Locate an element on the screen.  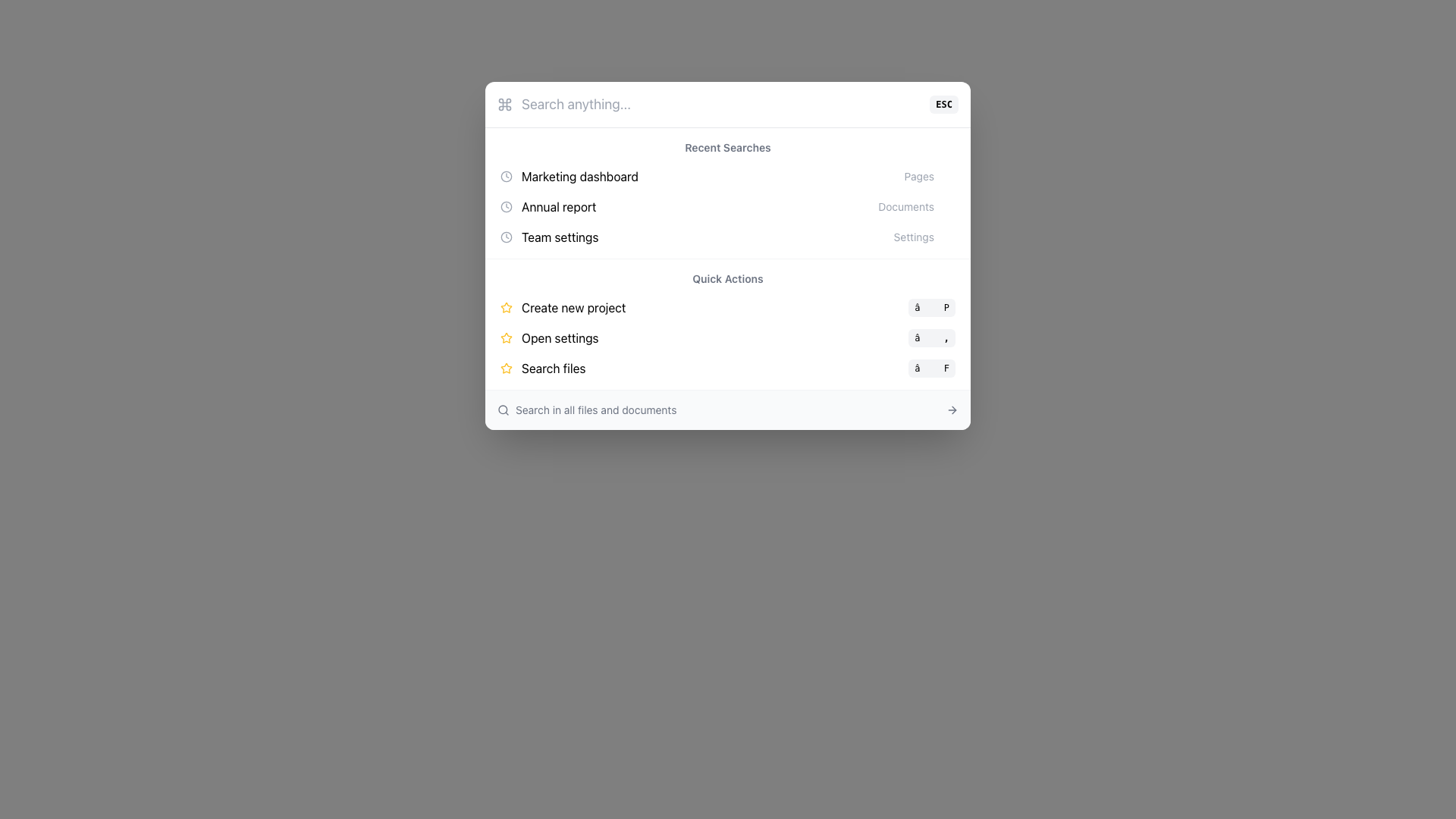
the Icon (Arrow) positioned at the far right of the interface panel, adjacent to the search input field, as it signifies navigation or progression is located at coordinates (952, 409).